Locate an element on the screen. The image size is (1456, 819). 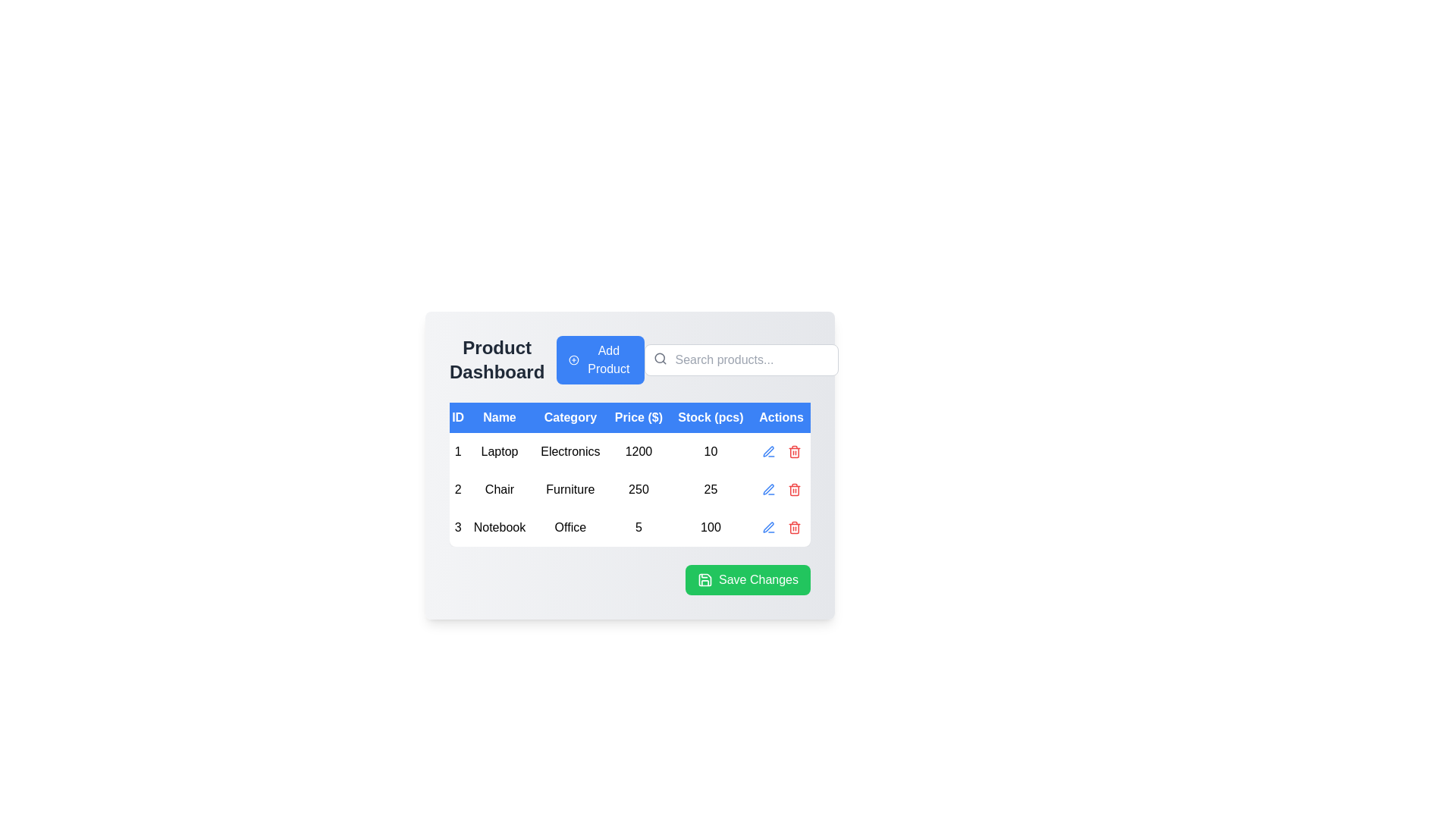
the text label displaying 'Chair' in black text, located in the second row of the table under the 'Name' column is located at coordinates (499, 489).